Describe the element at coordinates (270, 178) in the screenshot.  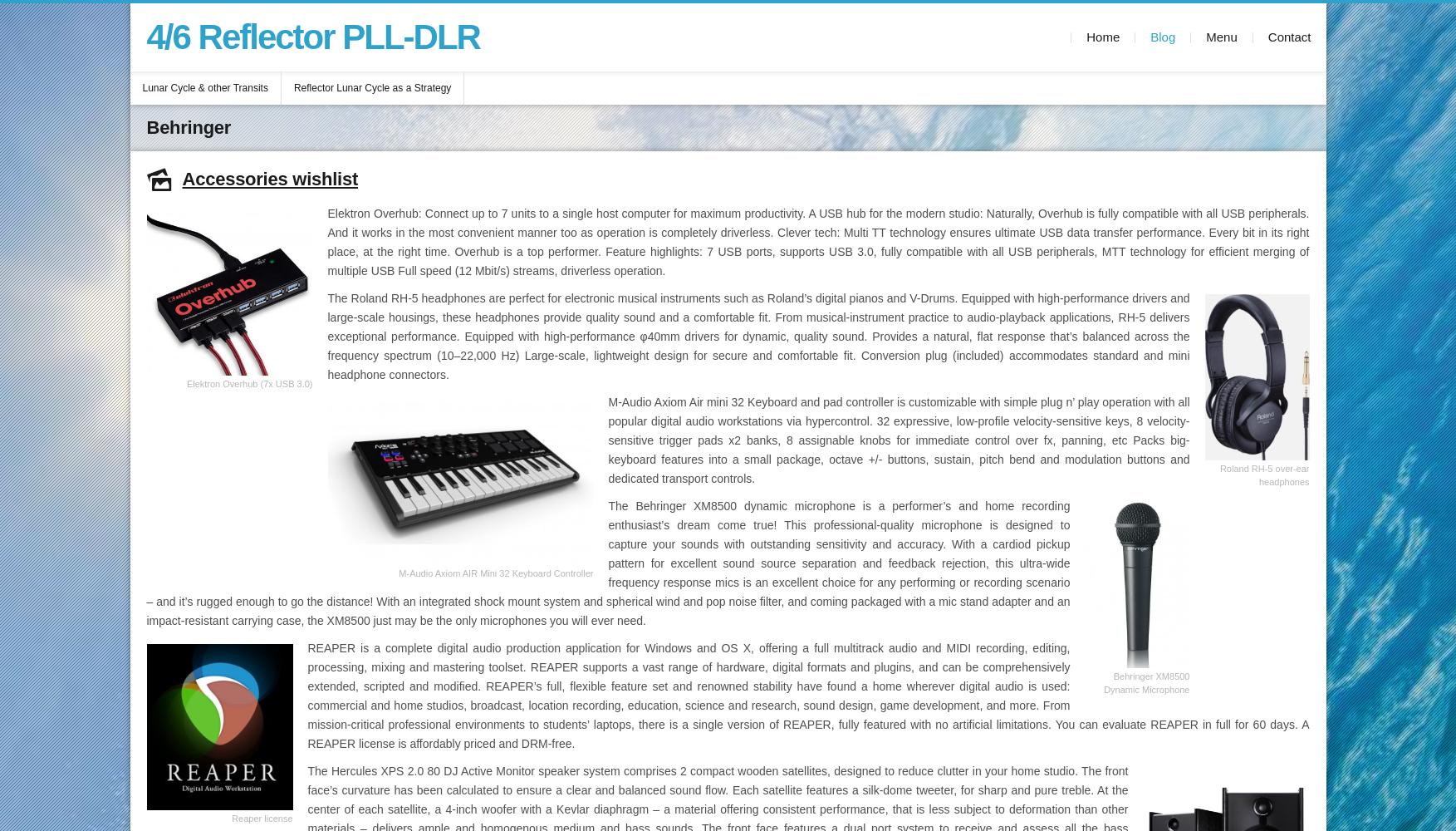
I see `'Accessories wishlist'` at that location.